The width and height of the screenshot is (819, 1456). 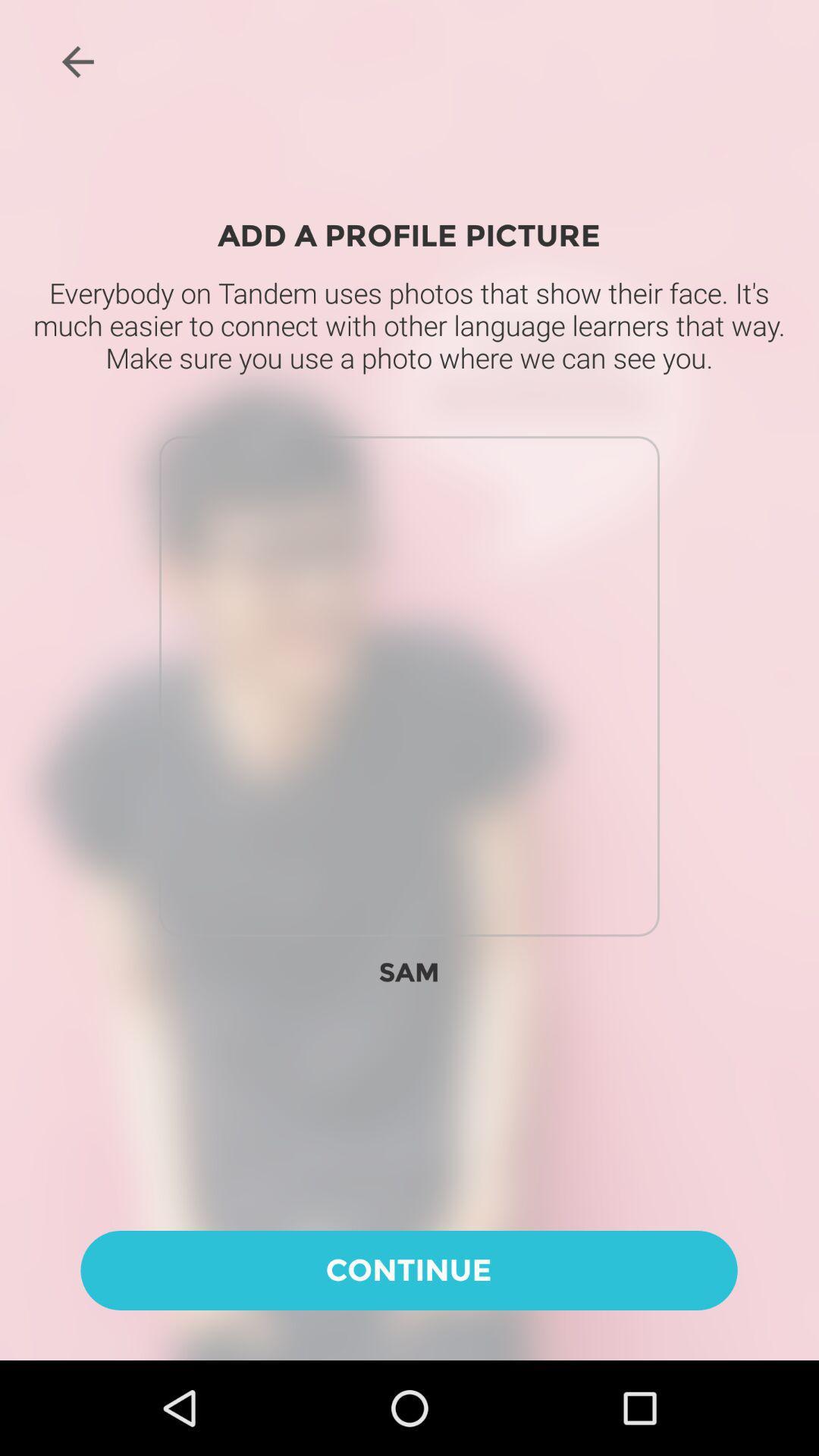 I want to click on the arrow_backward icon, so click(x=77, y=61).